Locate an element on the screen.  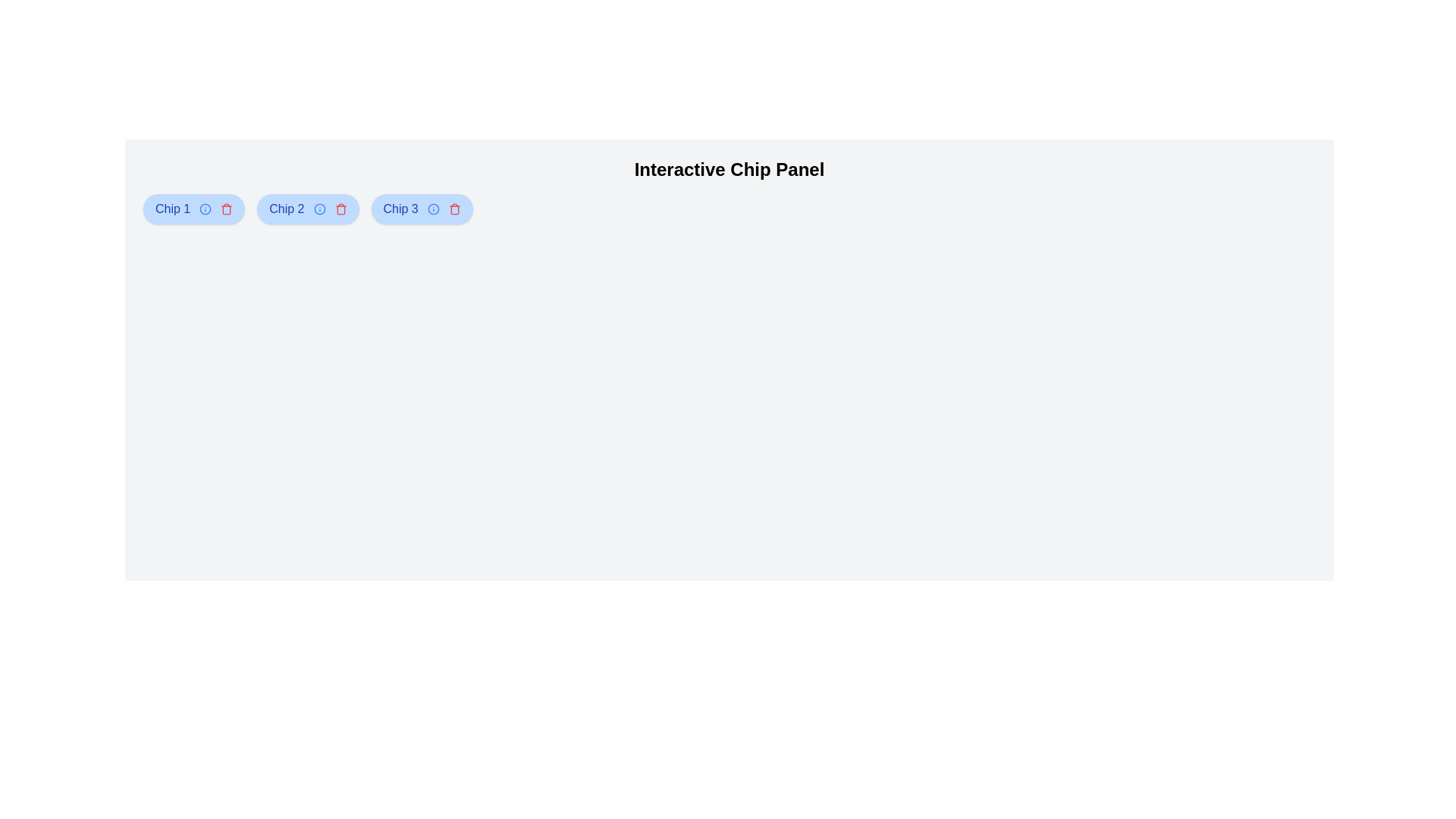
the info button of the chip labeled Chip 3 is located at coordinates (432, 209).